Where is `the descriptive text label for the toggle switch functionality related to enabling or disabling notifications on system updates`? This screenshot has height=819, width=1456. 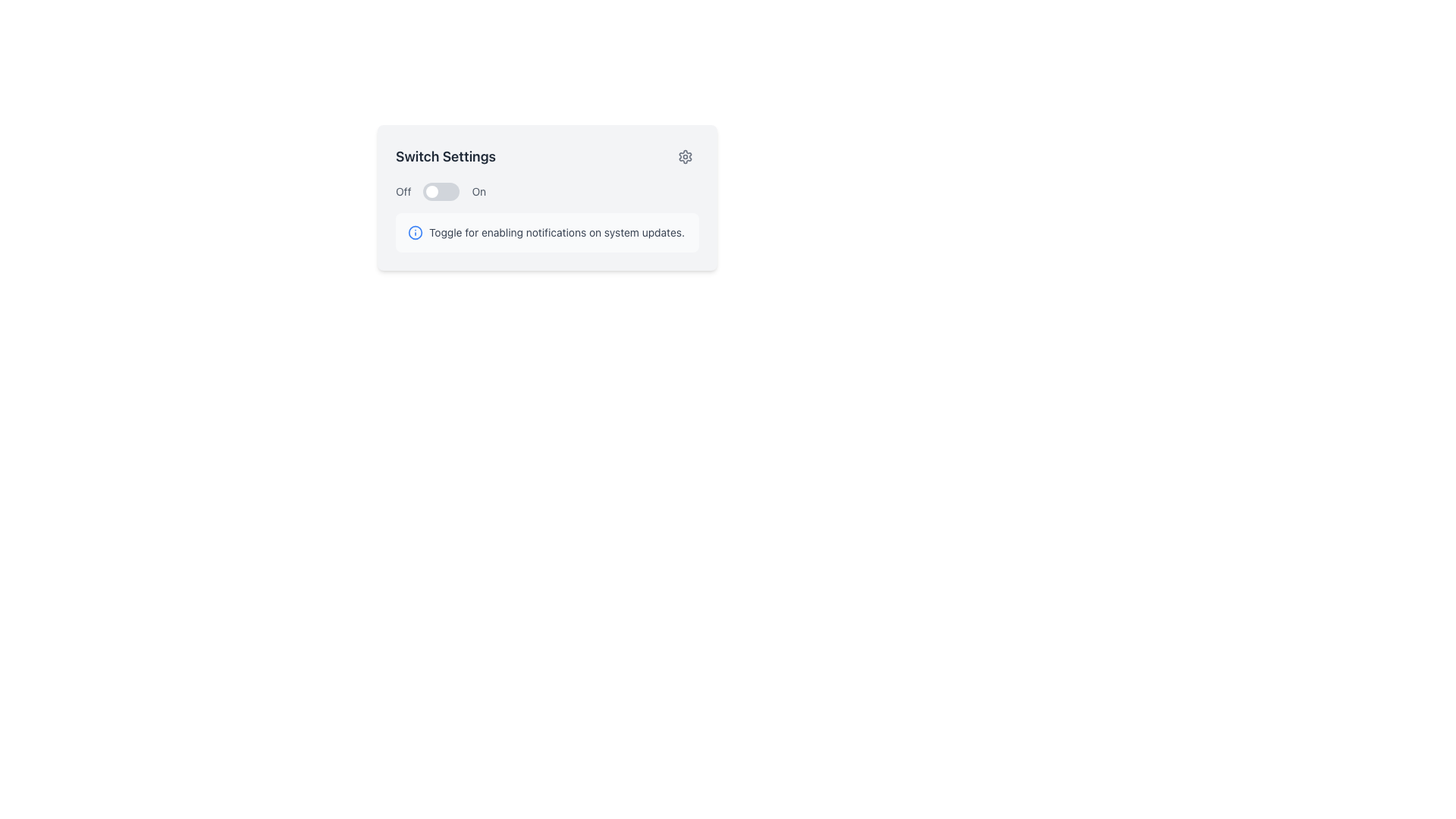 the descriptive text label for the toggle switch functionality related to enabling or disabling notifications on system updates is located at coordinates (556, 233).